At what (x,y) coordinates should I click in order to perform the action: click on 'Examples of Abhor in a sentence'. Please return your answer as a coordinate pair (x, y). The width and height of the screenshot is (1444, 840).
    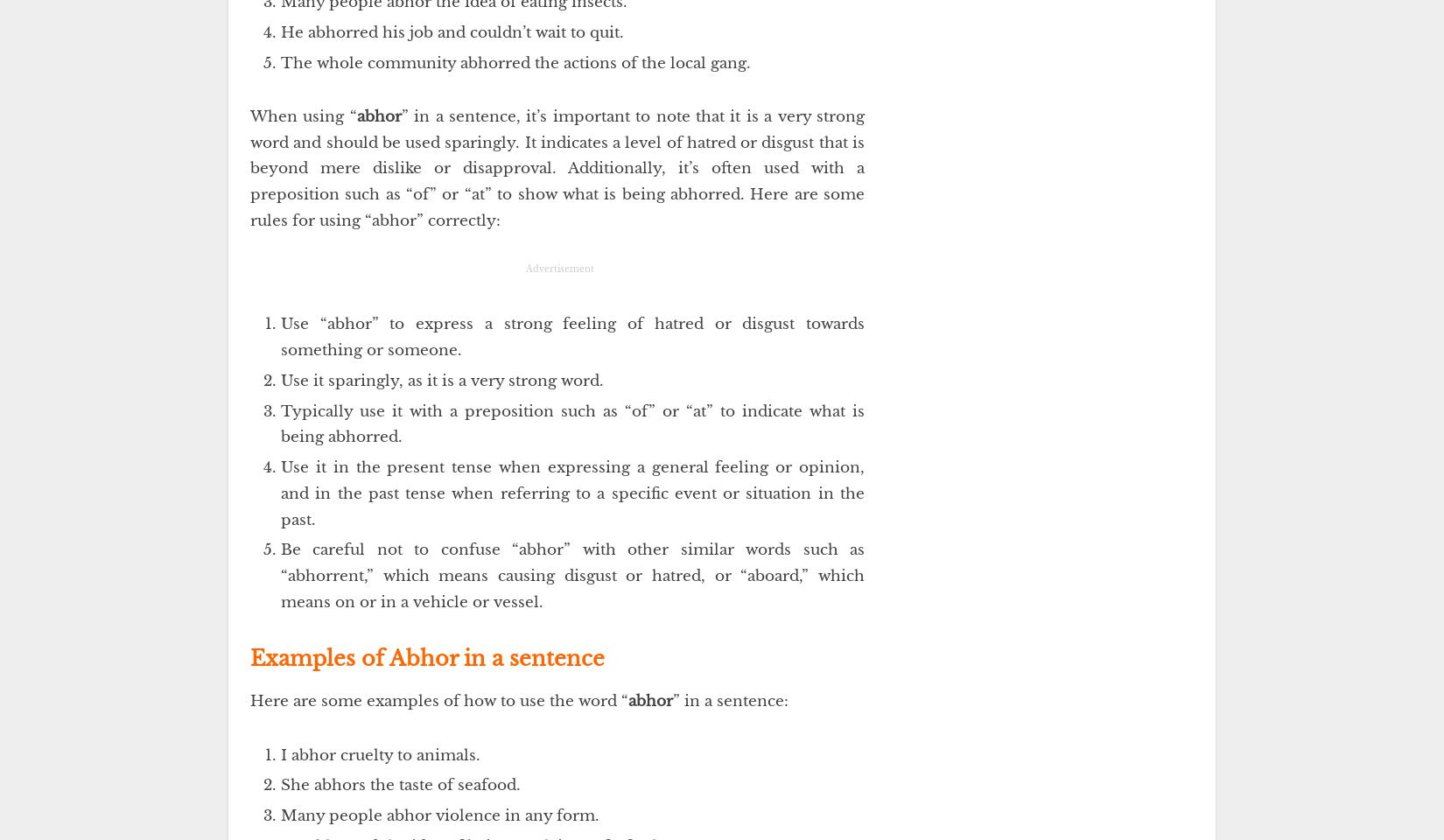
    Looking at the image, I should click on (426, 656).